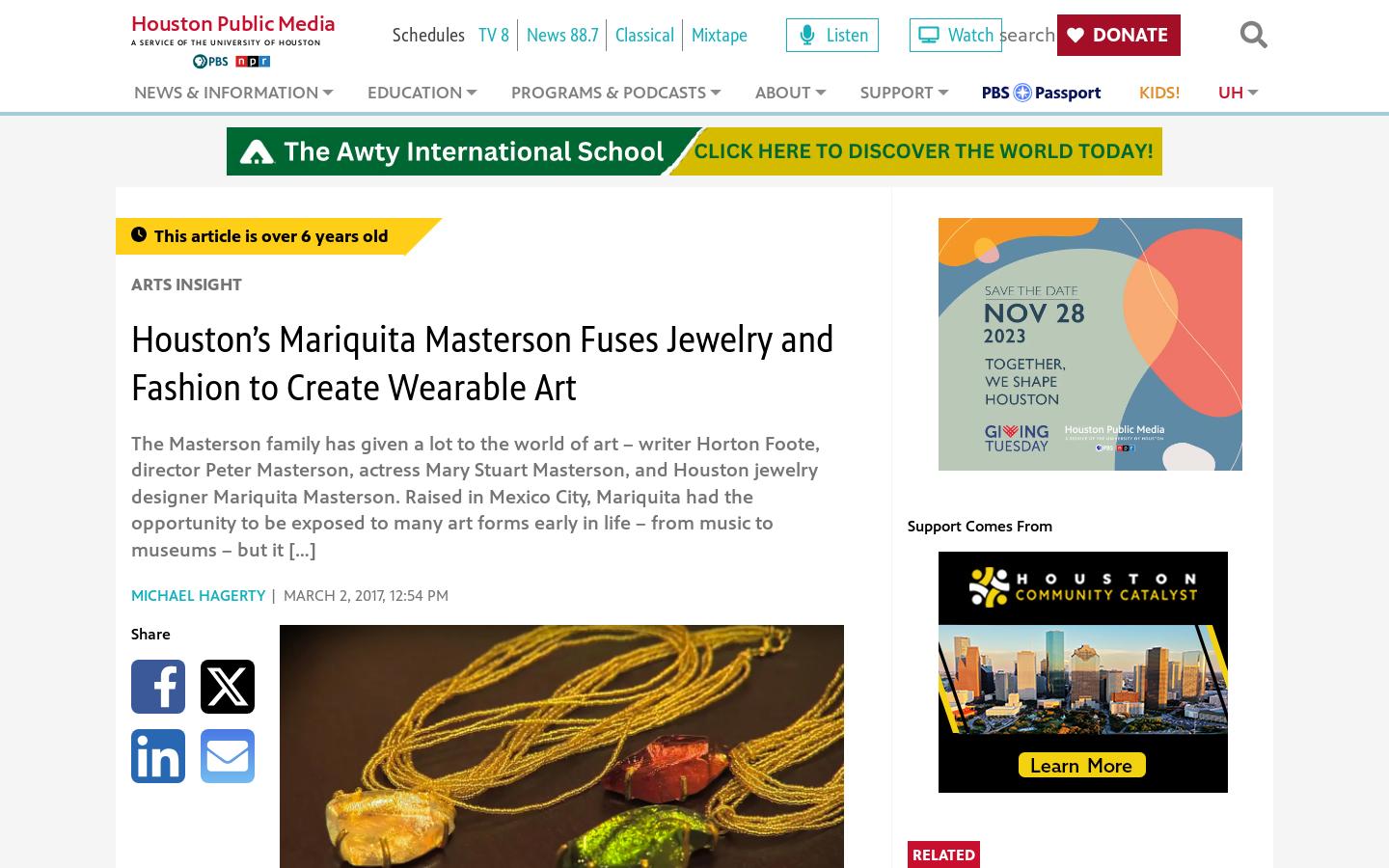 This screenshot has width=1389, height=868. I want to click on 'March 2, 2017, 12:54 PM', so click(365, 595).